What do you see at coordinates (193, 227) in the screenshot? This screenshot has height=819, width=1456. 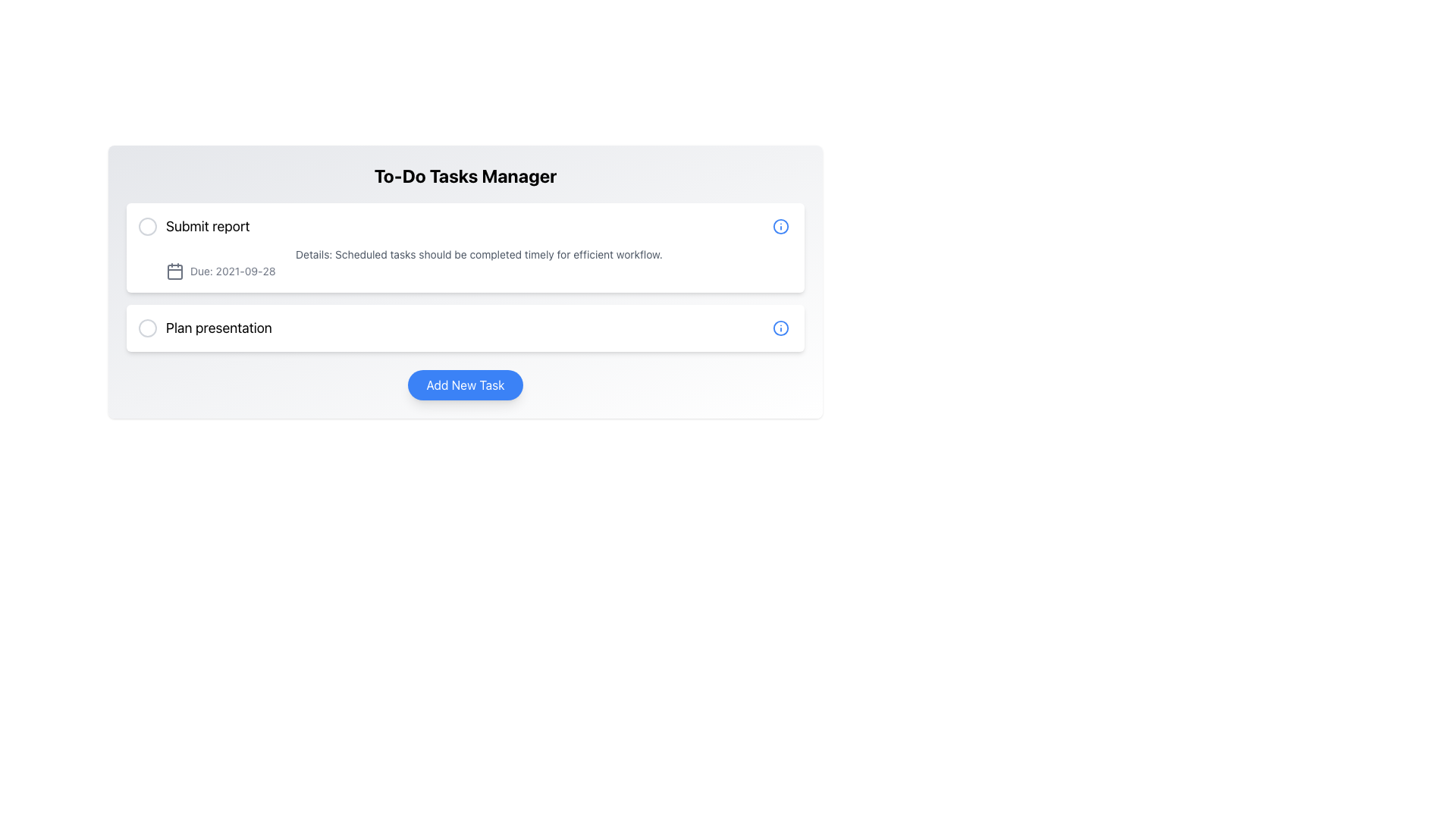 I see `the checkbox of the 'Submit report' task to mark it as completed` at bounding box center [193, 227].